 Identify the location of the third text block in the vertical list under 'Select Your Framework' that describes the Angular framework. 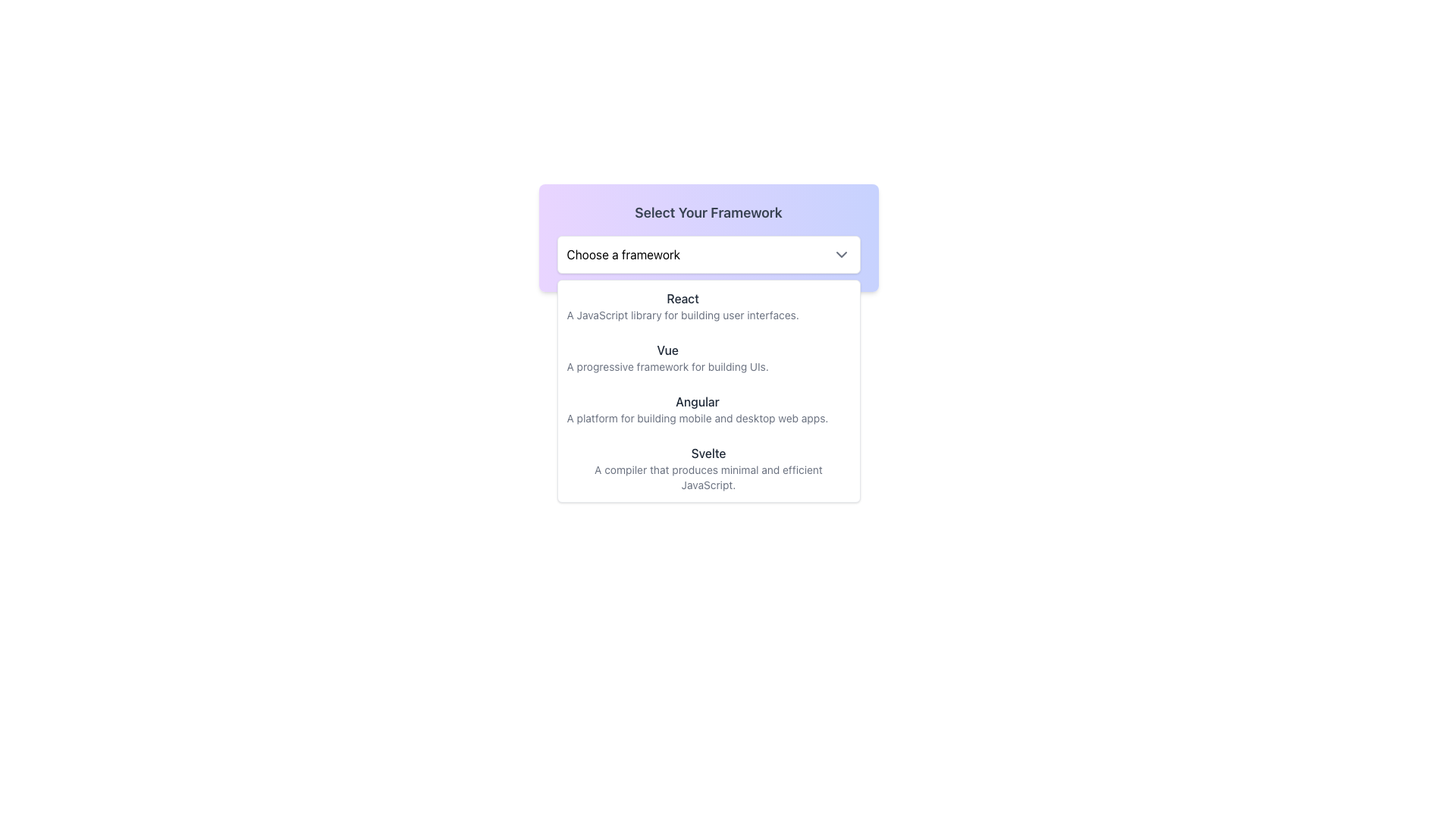
(696, 409).